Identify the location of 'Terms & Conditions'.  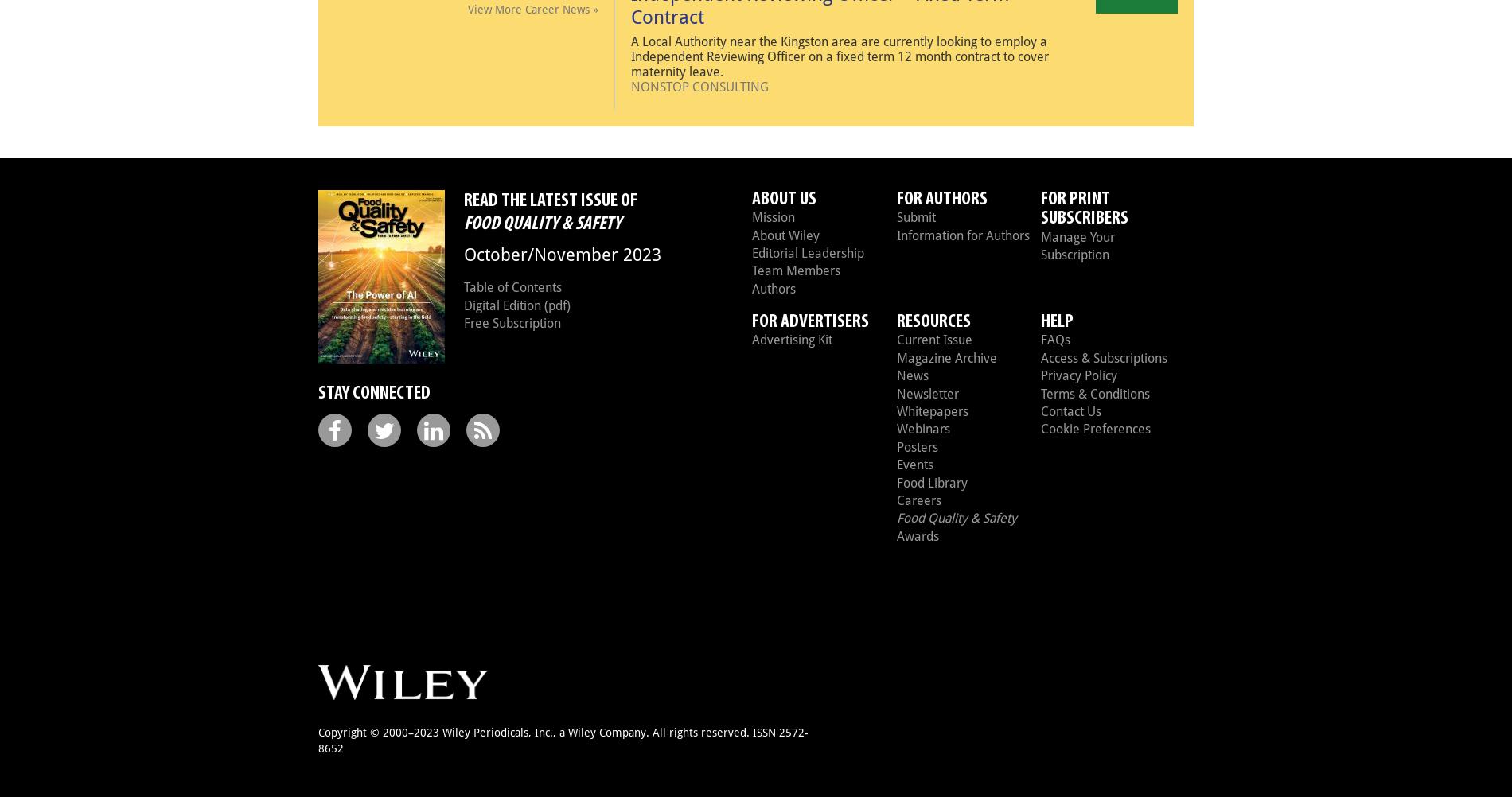
(1094, 392).